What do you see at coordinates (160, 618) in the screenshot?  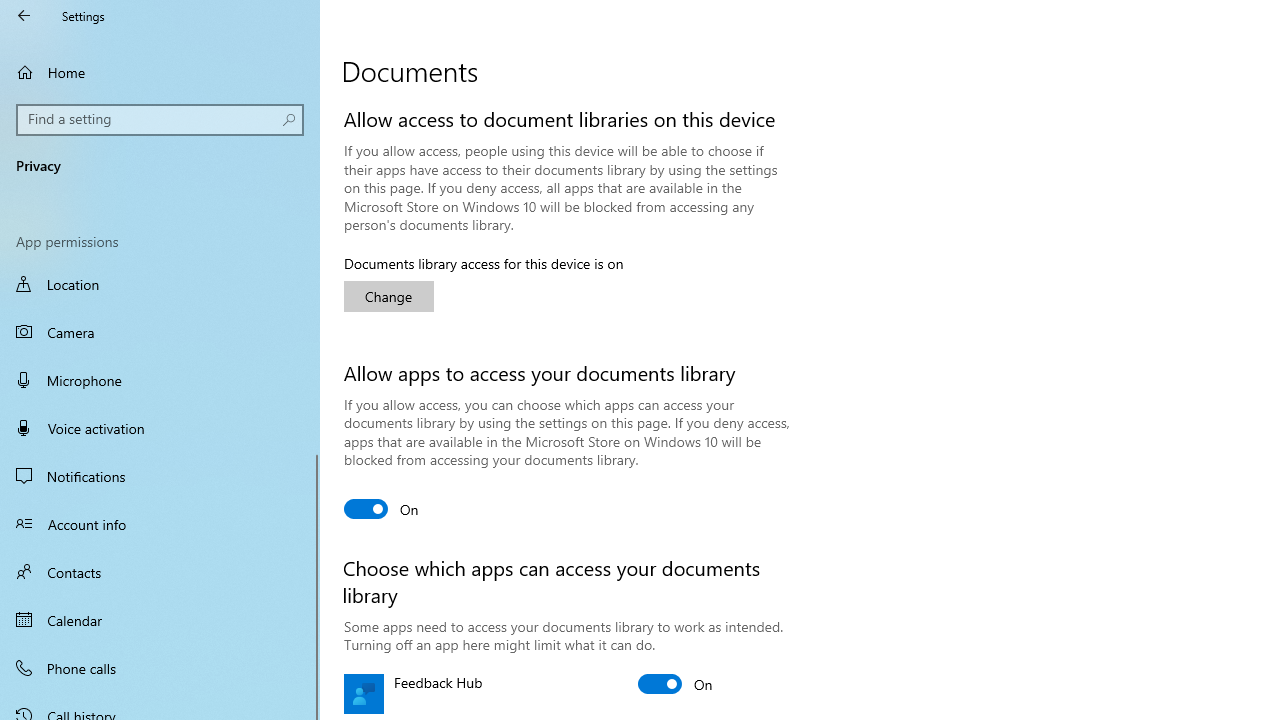 I see `'Calendar'` at bounding box center [160, 618].